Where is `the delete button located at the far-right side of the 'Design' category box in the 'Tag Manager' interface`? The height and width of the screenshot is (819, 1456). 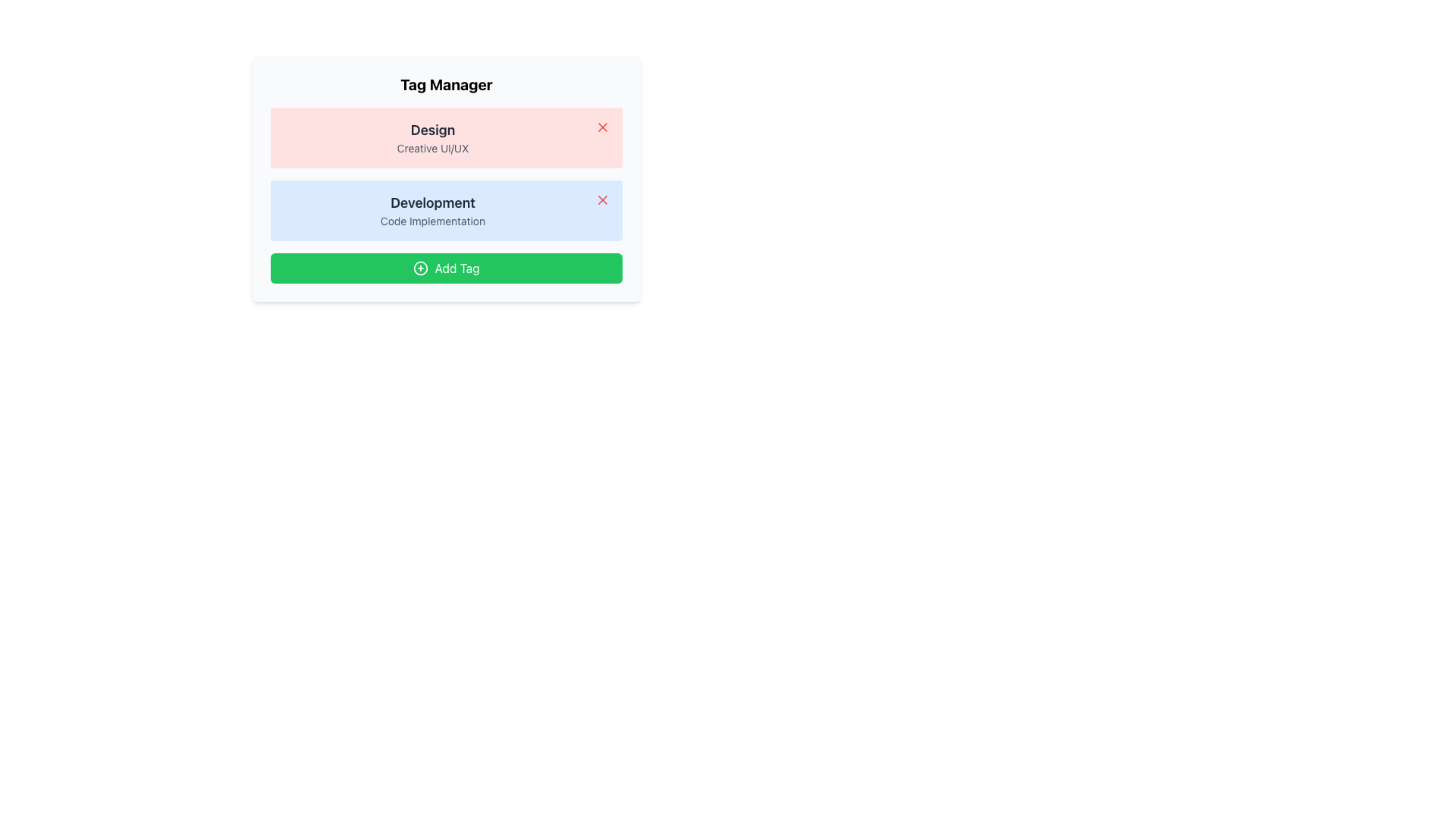 the delete button located at the far-right side of the 'Design' category box in the 'Tag Manager' interface is located at coordinates (602, 127).